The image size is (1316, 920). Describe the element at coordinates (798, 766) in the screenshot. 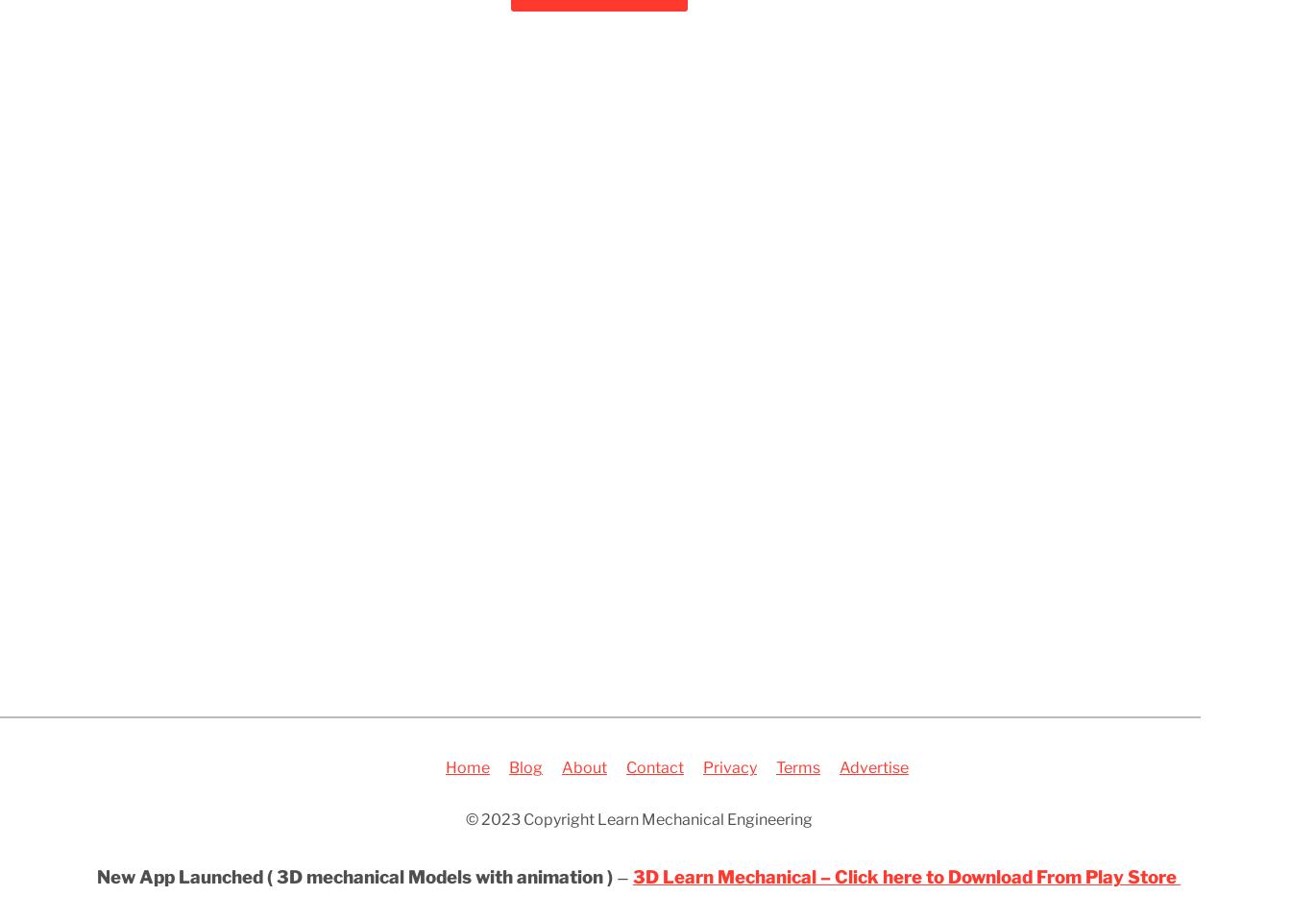

I see `'Terms'` at that location.